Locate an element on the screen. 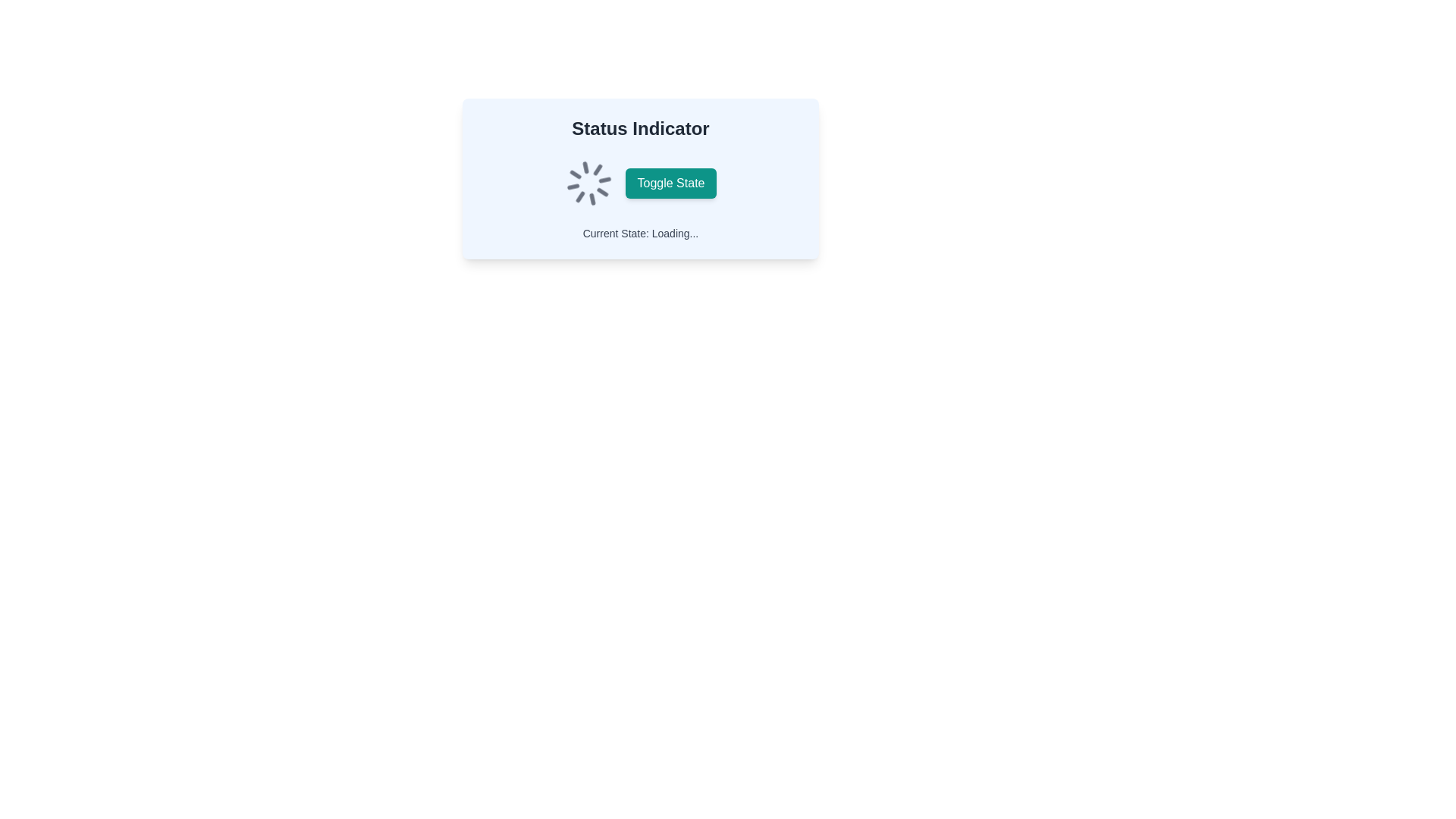  the animation of the topmost segment of the circular spinner, which is part of the loading indicator in the status display panel is located at coordinates (593, 198).